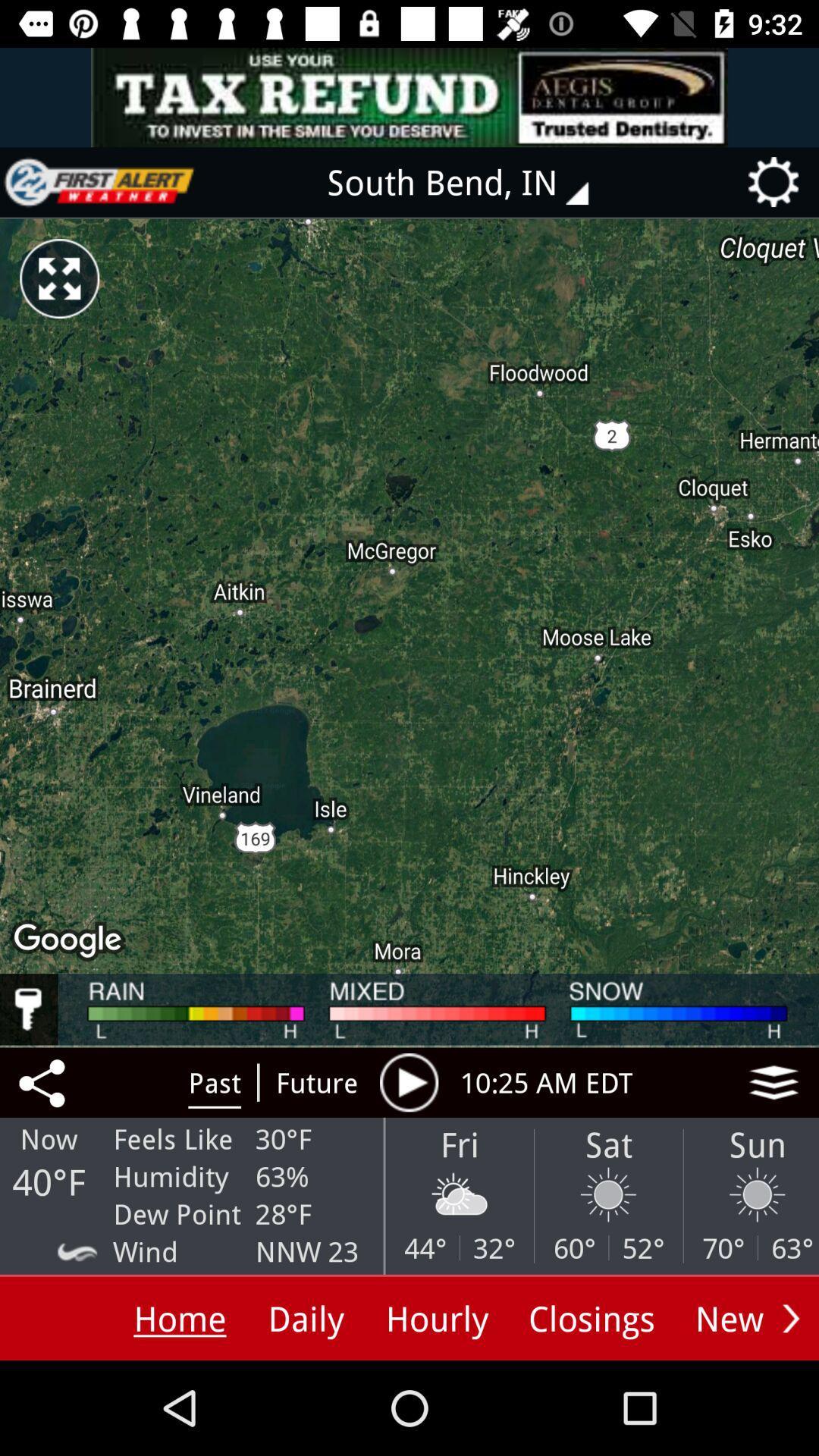  I want to click on advertisement, so click(99, 182).